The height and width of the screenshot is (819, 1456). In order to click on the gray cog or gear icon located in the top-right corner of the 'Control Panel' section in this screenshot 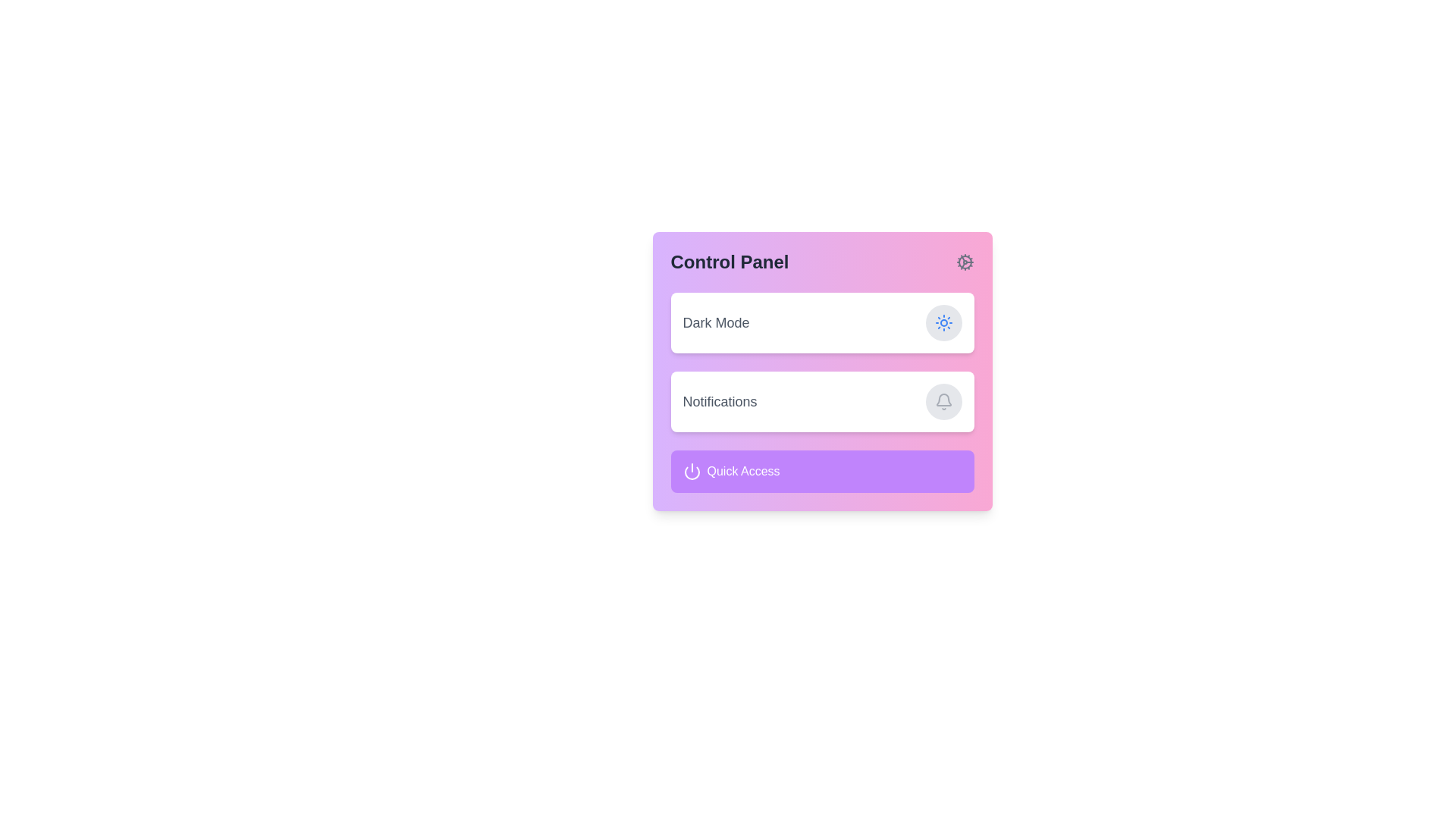, I will do `click(964, 262)`.